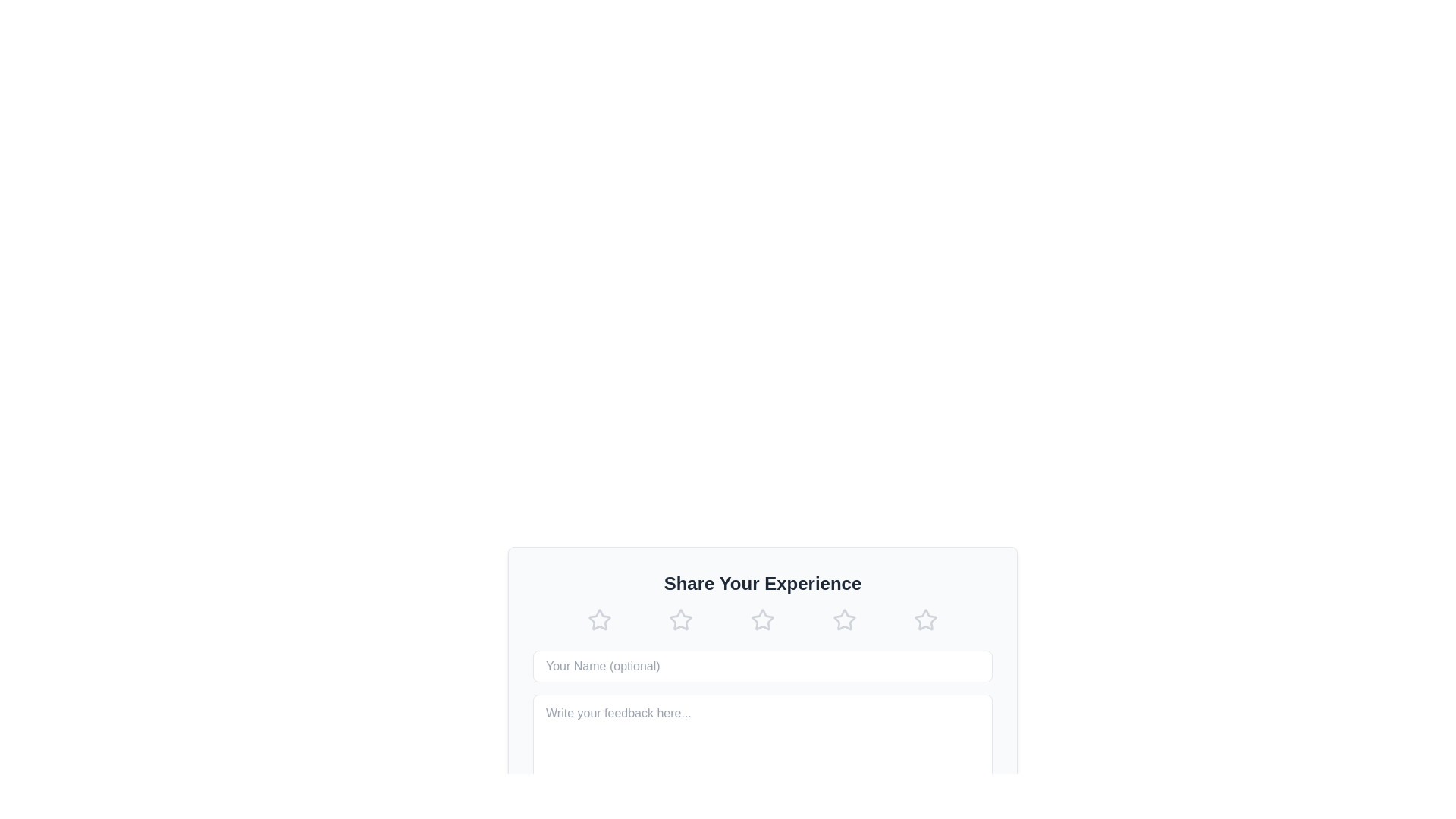 The height and width of the screenshot is (819, 1456). What do you see at coordinates (598, 620) in the screenshot?
I see `the first Rating Star icon located below the 'Share Your Experience' heading` at bounding box center [598, 620].